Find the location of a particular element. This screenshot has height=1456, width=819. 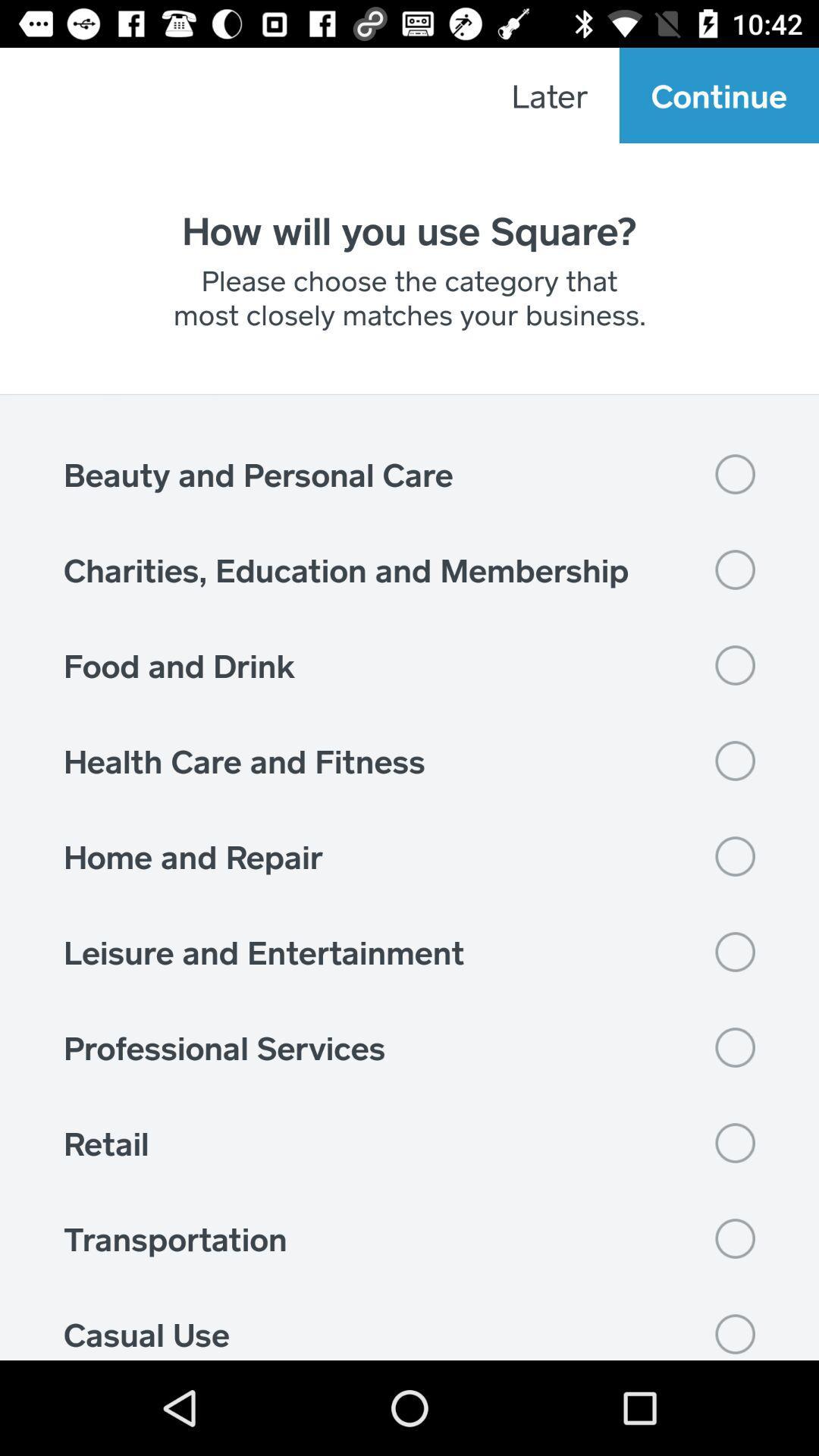

the please choose the icon is located at coordinates (409, 297).